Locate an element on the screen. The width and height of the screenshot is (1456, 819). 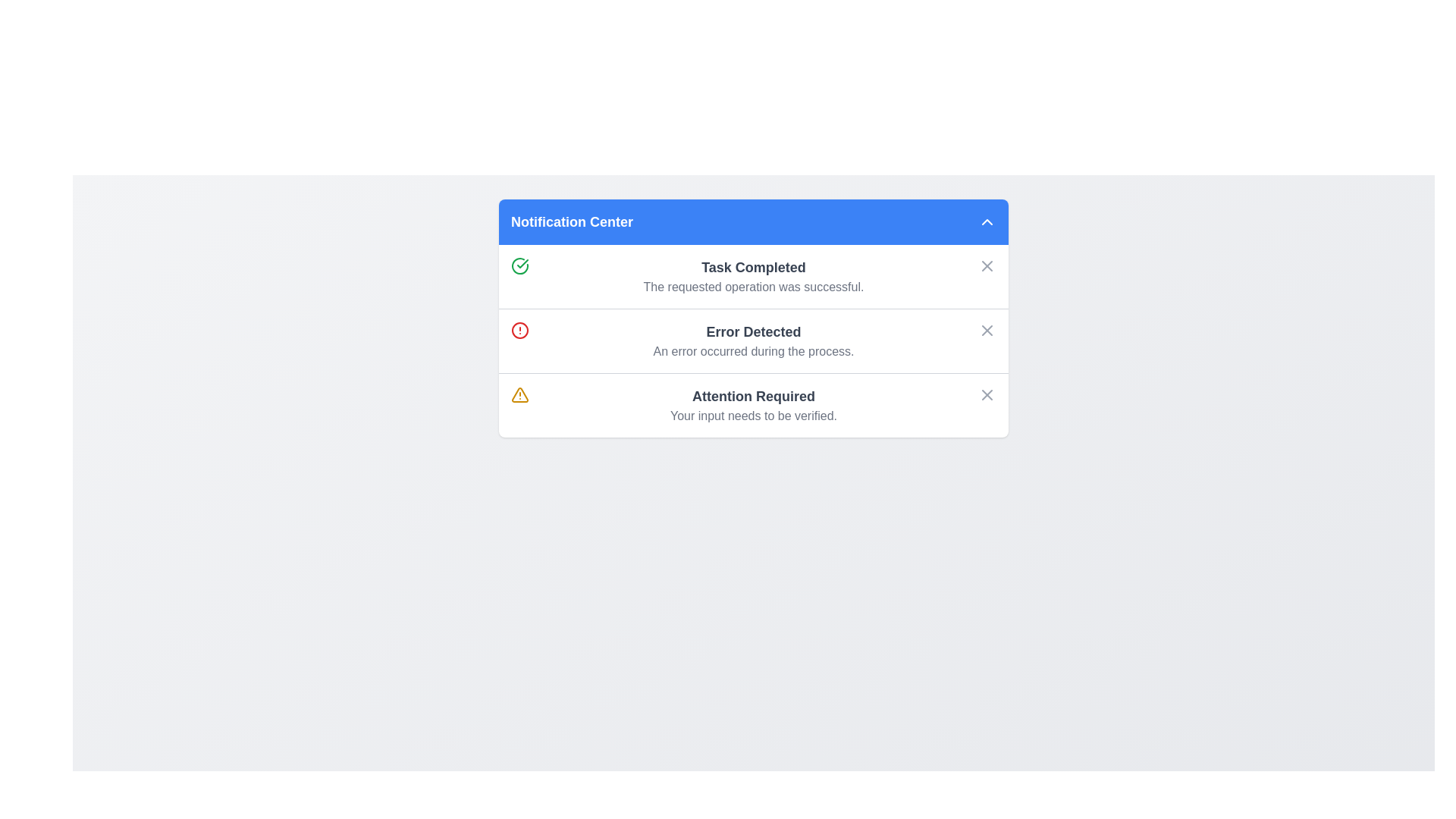
the text label providing additional information about the 'Attention Required' notification, located directly underneath the heading in the notification list is located at coordinates (753, 416).